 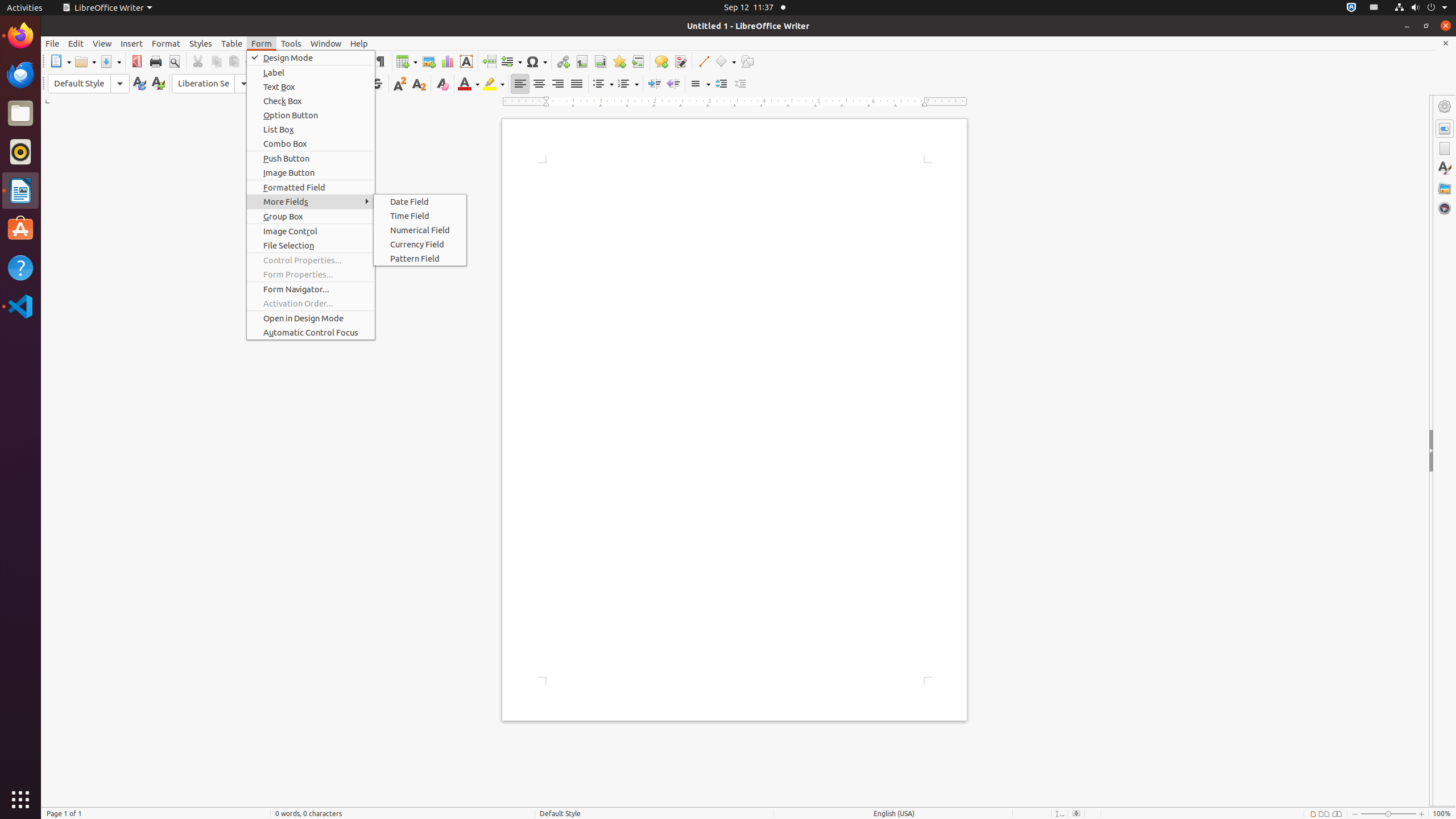 What do you see at coordinates (173, 61) in the screenshot?
I see `'Print Preview'` at bounding box center [173, 61].